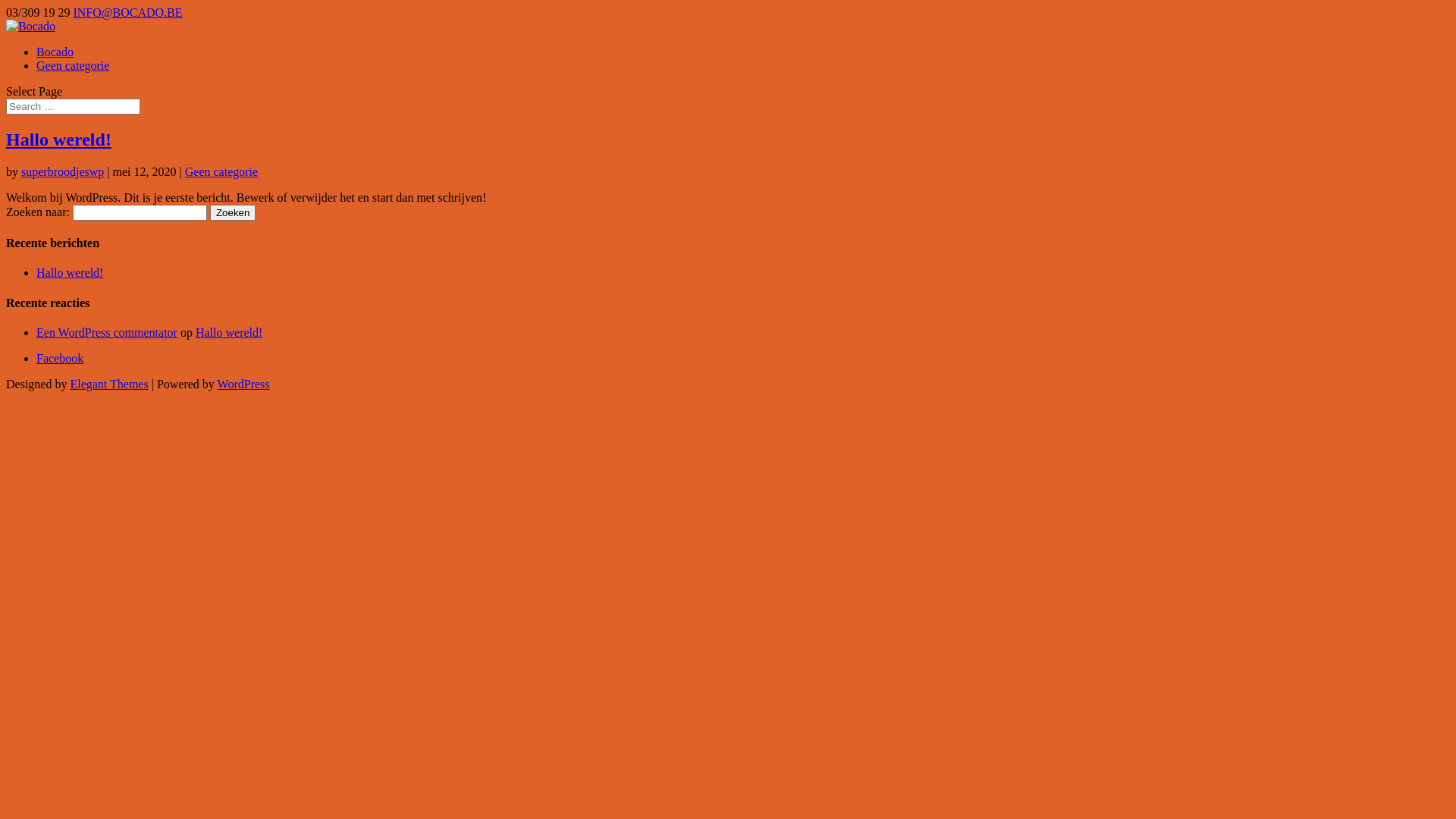 Image resolution: width=1456 pixels, height=819 pixels. Describe the element at coordinates (68, 271) in the screenshot. I see `'Hallo wereld!'` at that location.